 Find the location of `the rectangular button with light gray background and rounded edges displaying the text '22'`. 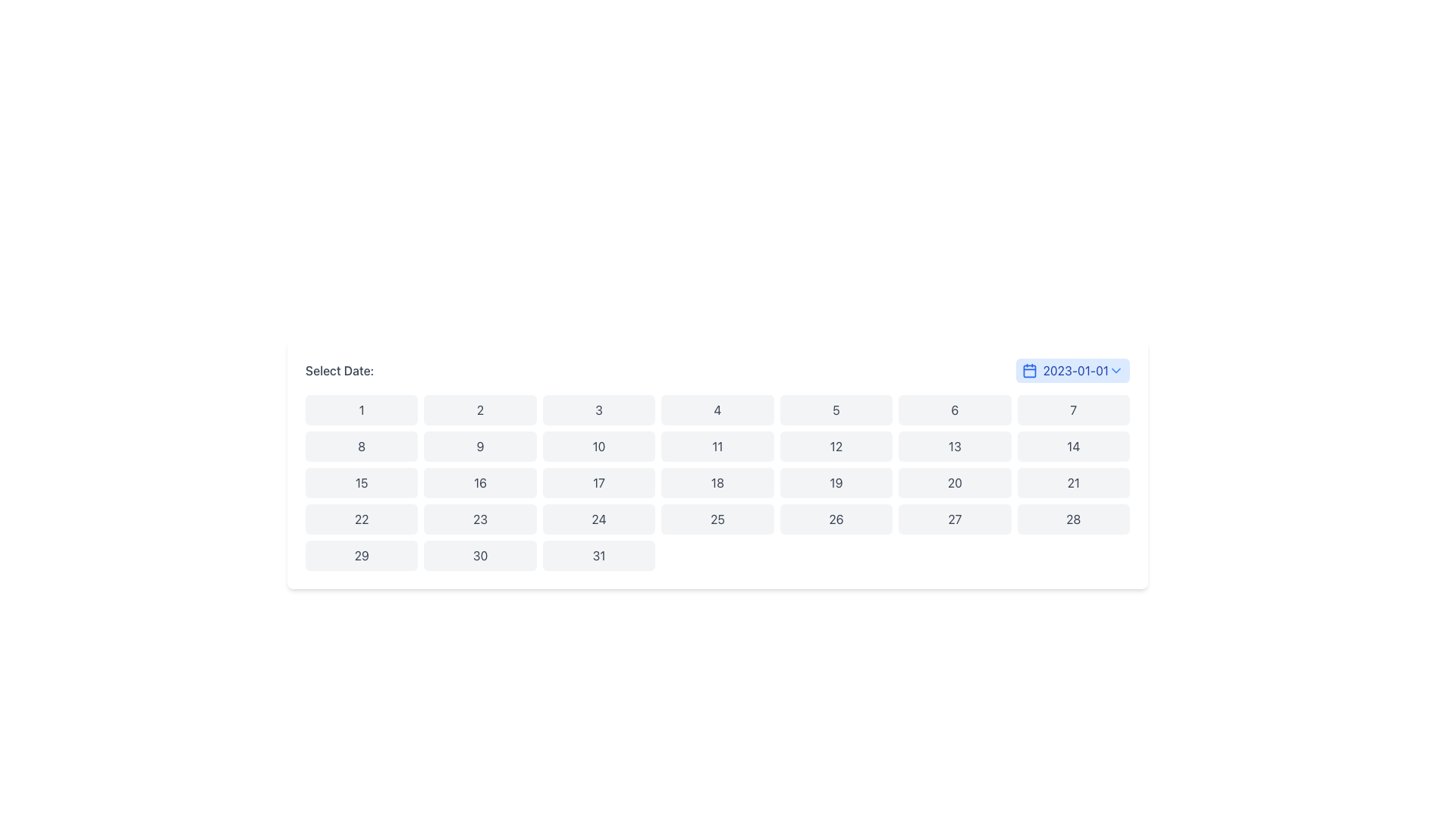

the rectangular button with light gray background and rounded edges displaying the text '22' is located at coordinates (361, 519).